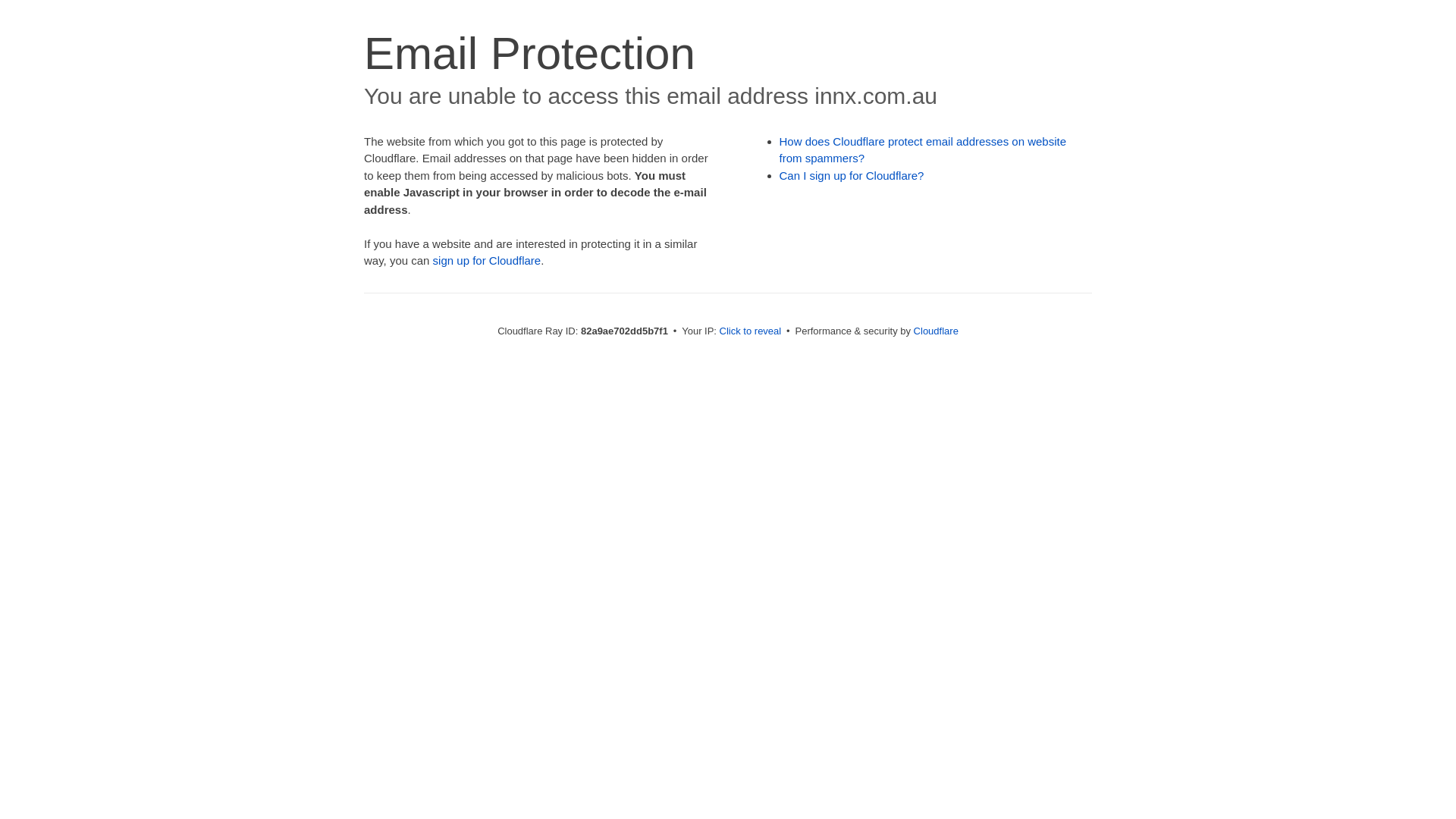 This screenshot has width=1456, height=819. What do you see at coordinates (487, 259) in the screenshot?
I see `'sign up for Cloudflare'` at bounding box center [487, 259].